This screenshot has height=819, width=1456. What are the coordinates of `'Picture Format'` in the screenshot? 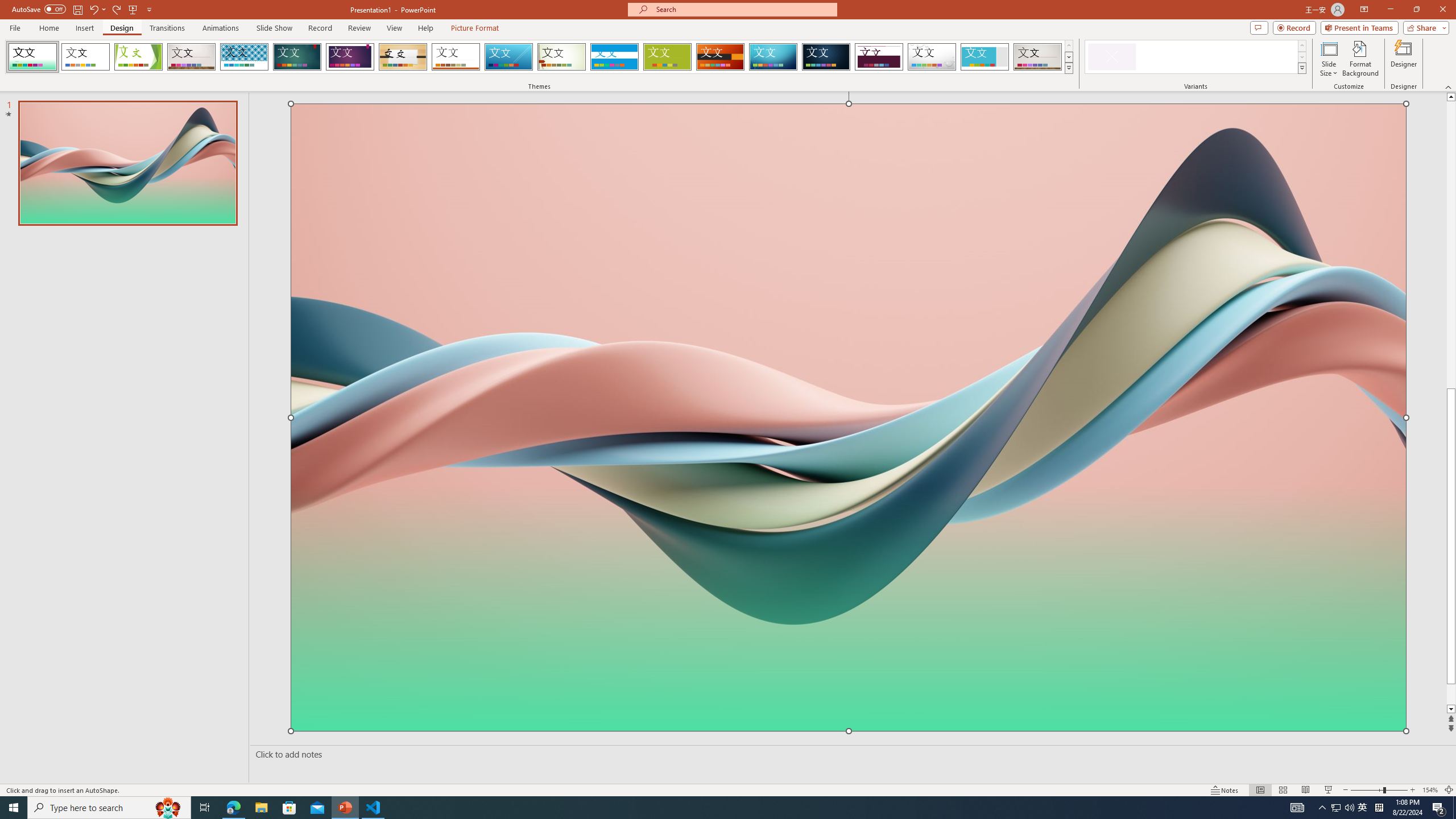 It's located at (475, 28).